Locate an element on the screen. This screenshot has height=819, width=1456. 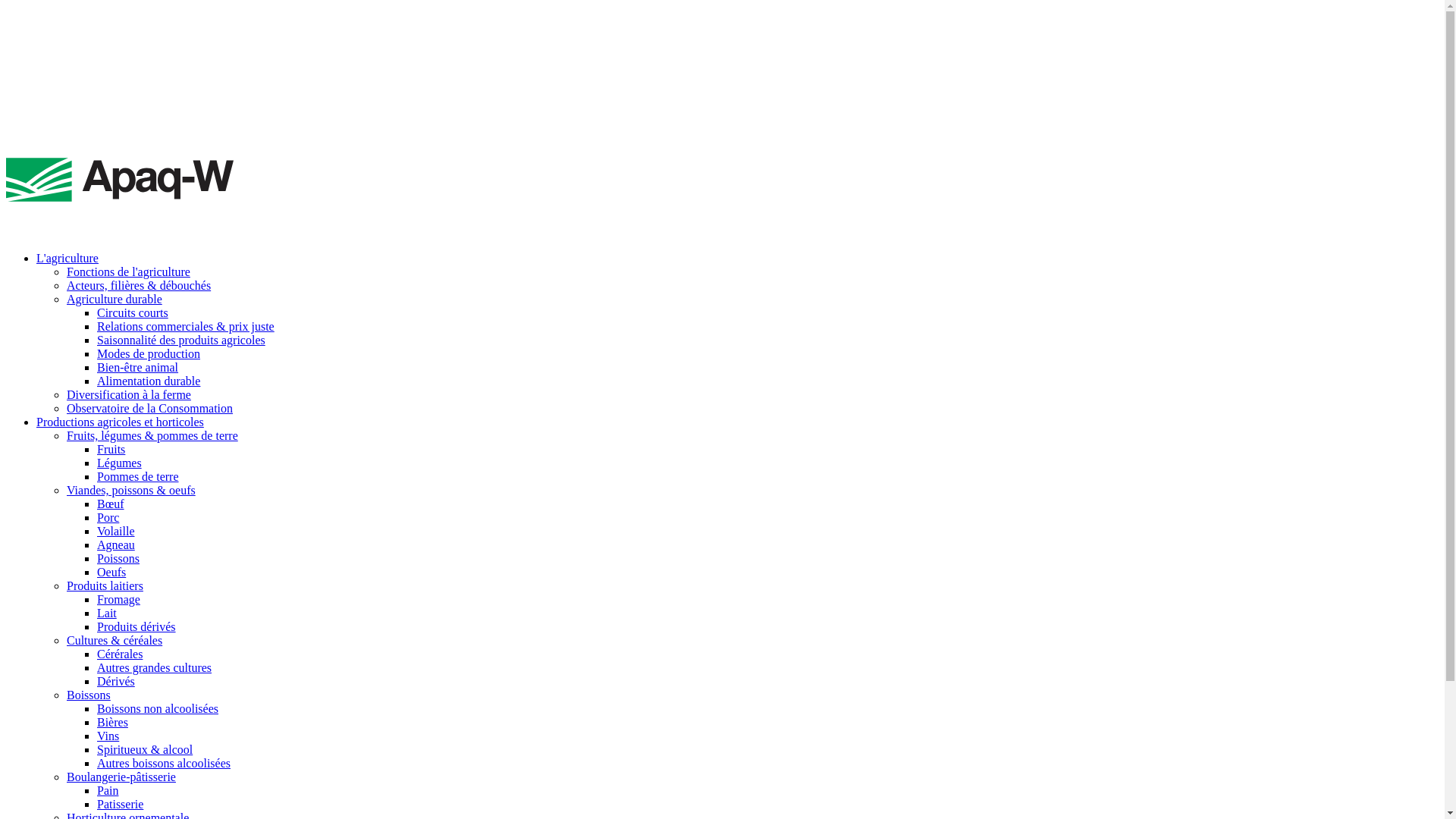
'Poissons' is located at coordinates (118, 558).